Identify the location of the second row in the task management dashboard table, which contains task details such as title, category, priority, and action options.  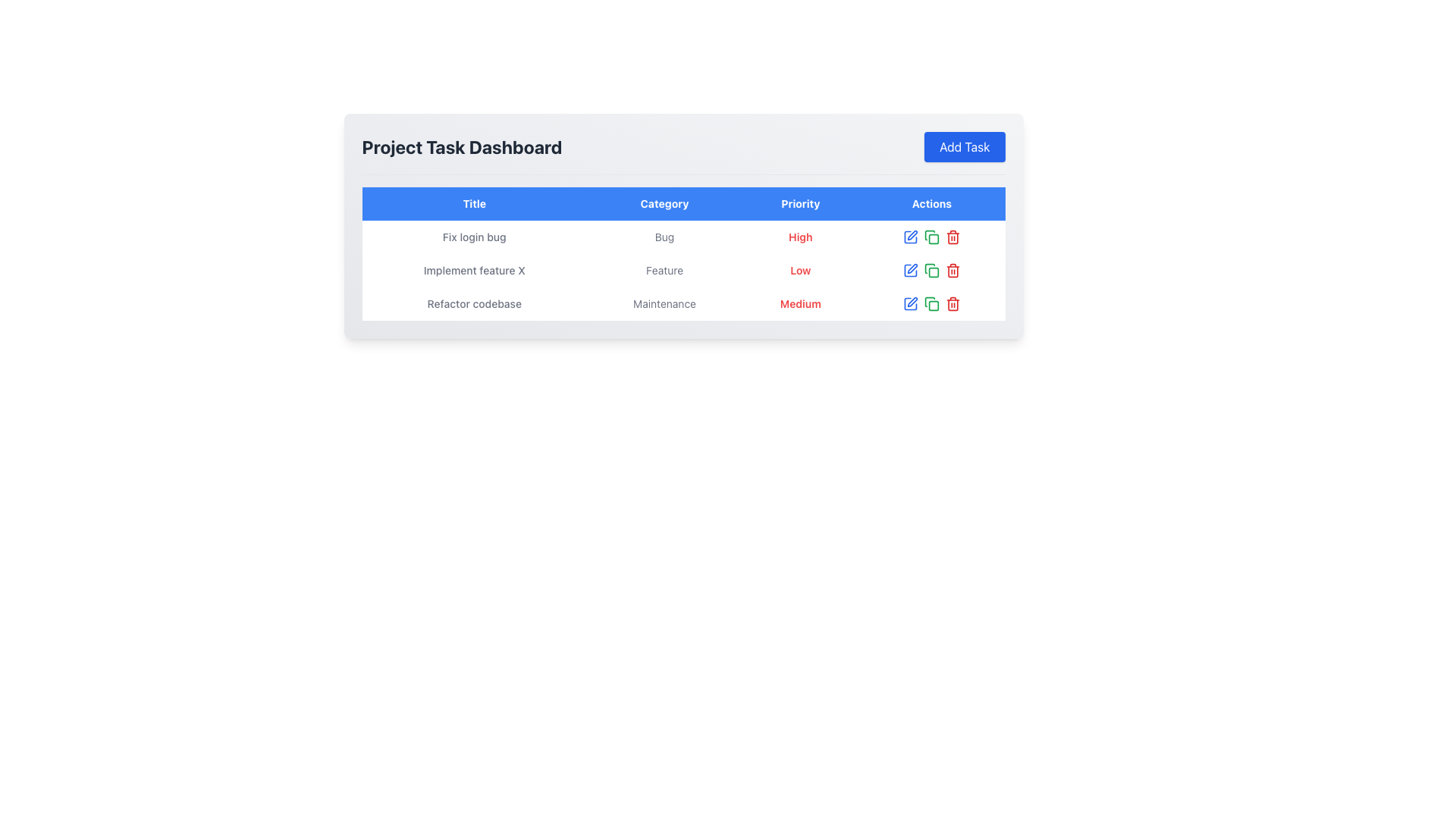
(682, 270).